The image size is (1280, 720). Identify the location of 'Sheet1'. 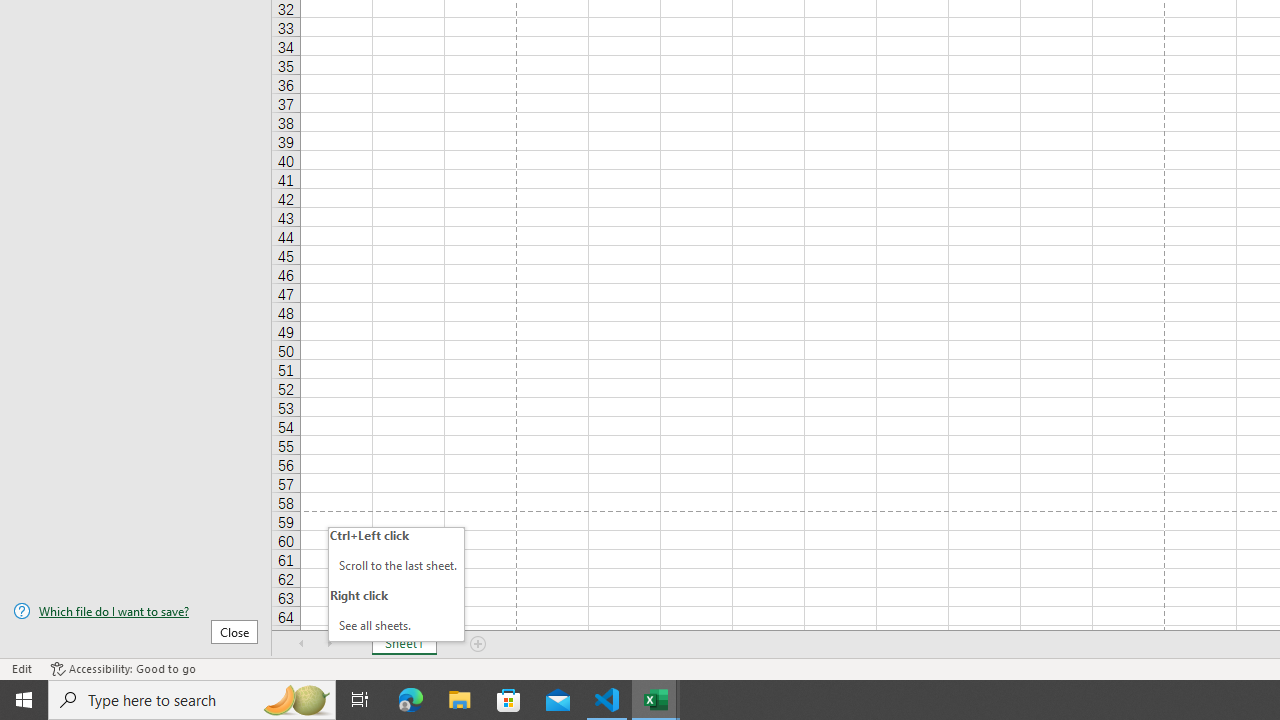
(403, 644).